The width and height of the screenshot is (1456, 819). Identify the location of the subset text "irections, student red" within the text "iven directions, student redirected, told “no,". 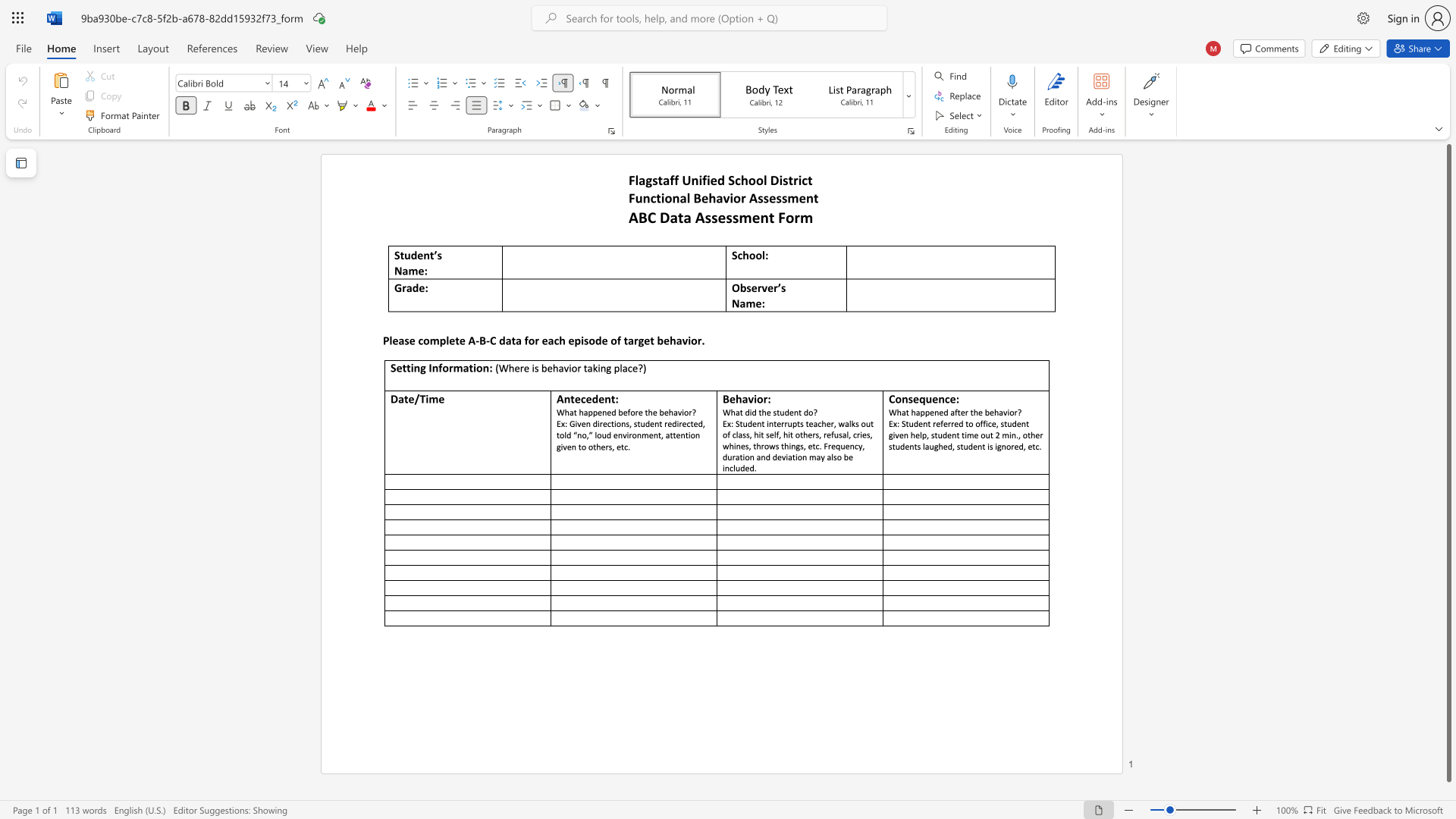
(596, 423).